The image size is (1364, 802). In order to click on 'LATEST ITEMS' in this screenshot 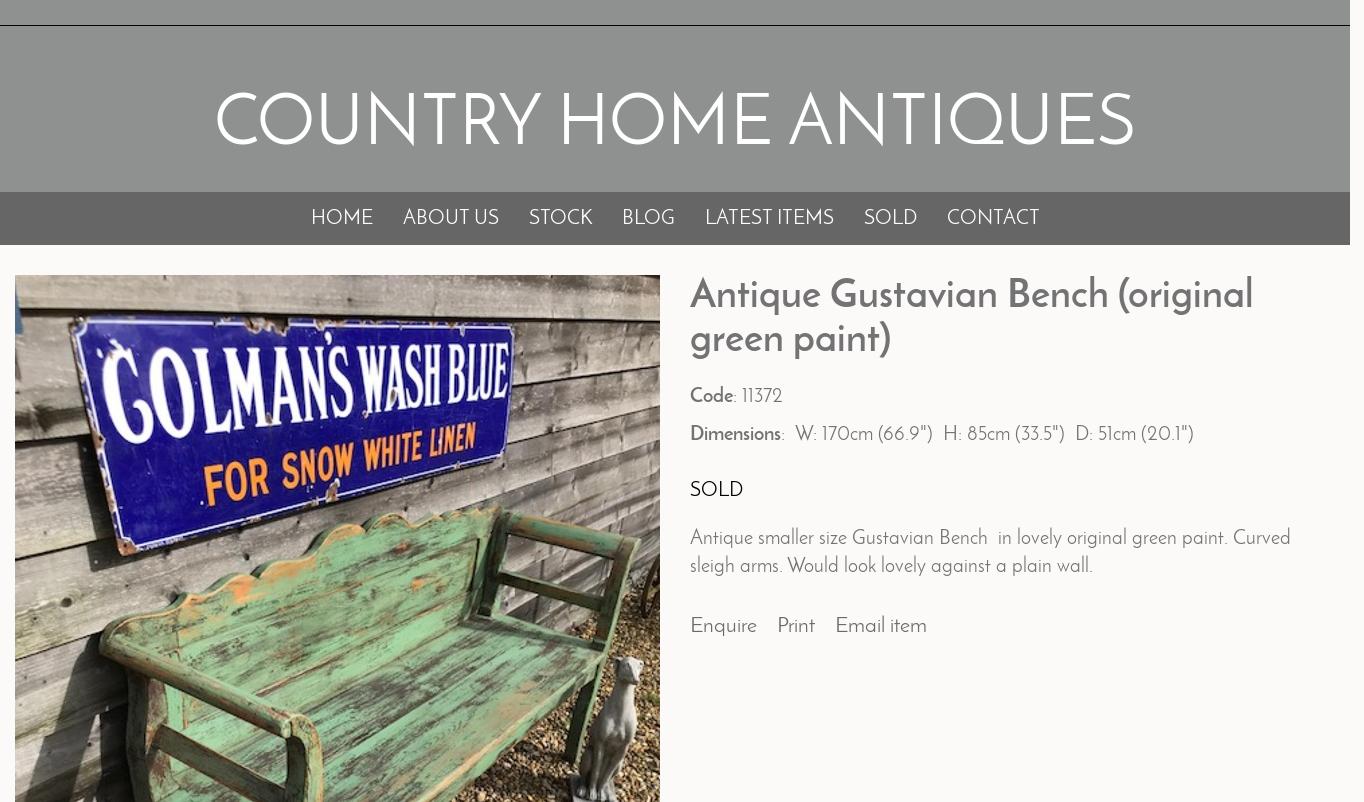, I will do `click(767, 218)`.